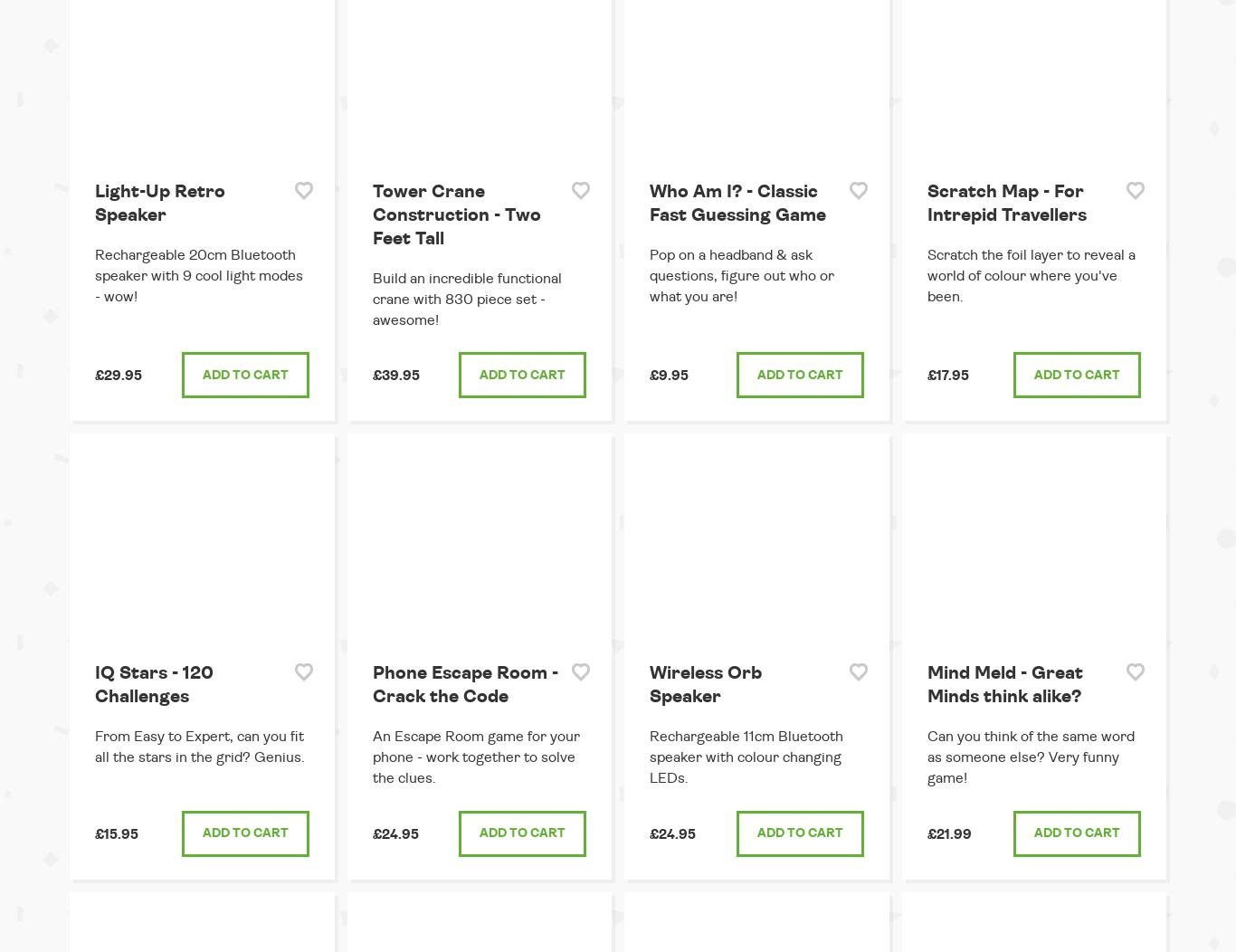 The height and width of the screenshot is (952, 1236). I want to click on '£15.95', so click(115, 833).